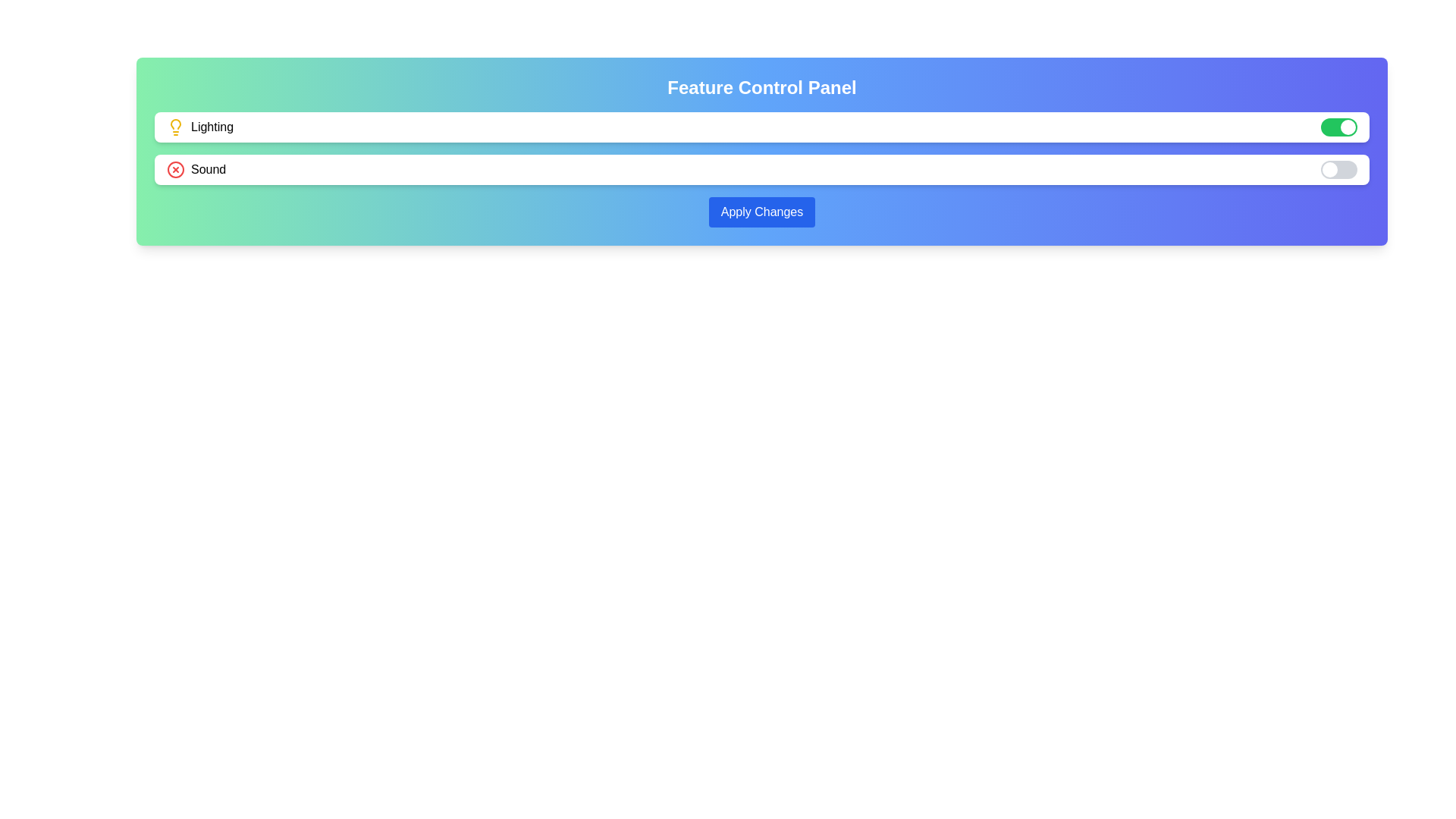  Describe the element at coordinates (1329, 169) in the screenshot. I see `the circular toggle indicator from the left edge of the toggle switch` at that location.